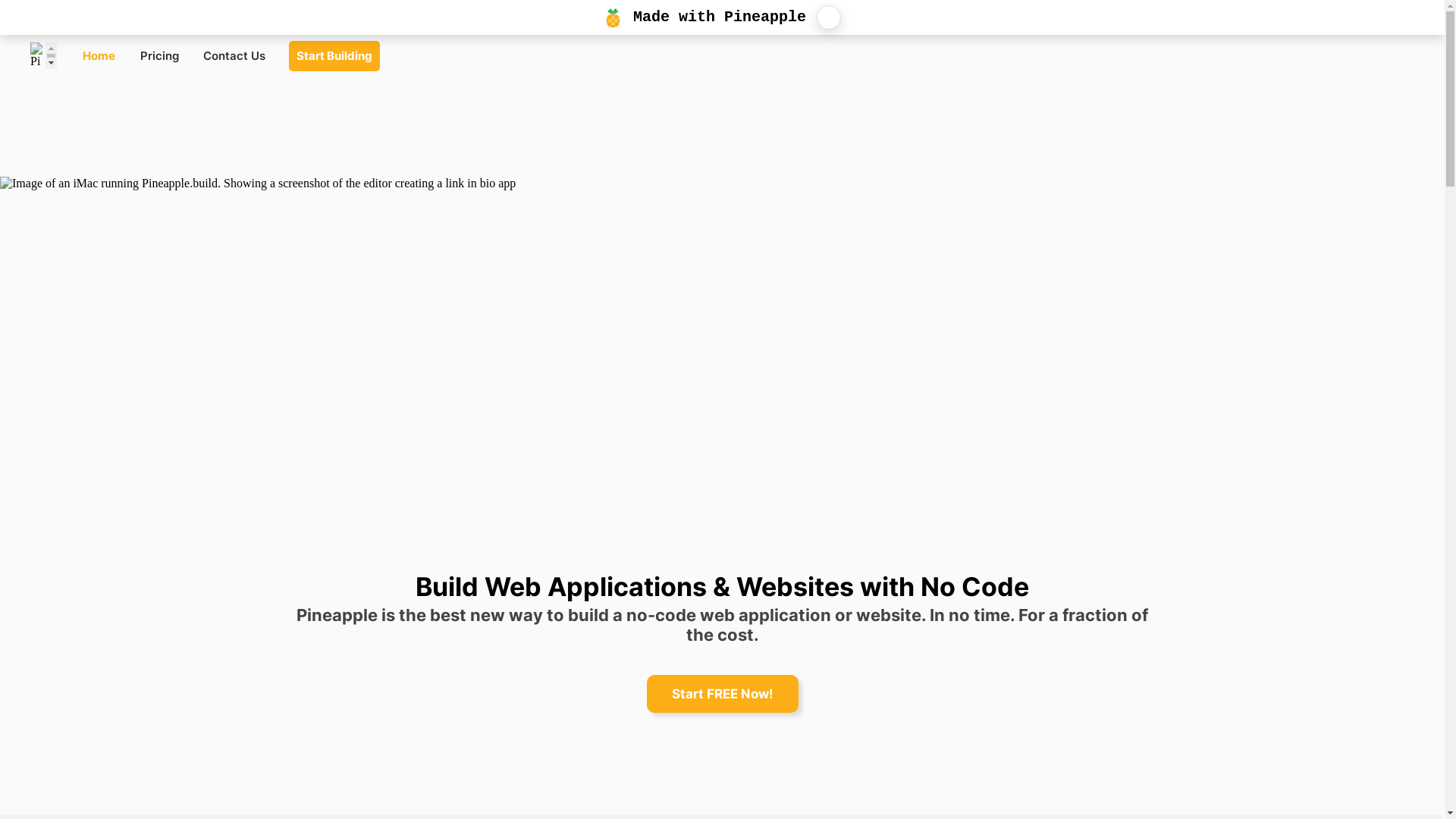  Describe the element at coordinates (159, 55) in the screenshot. I see `'Pricing'` at that location.